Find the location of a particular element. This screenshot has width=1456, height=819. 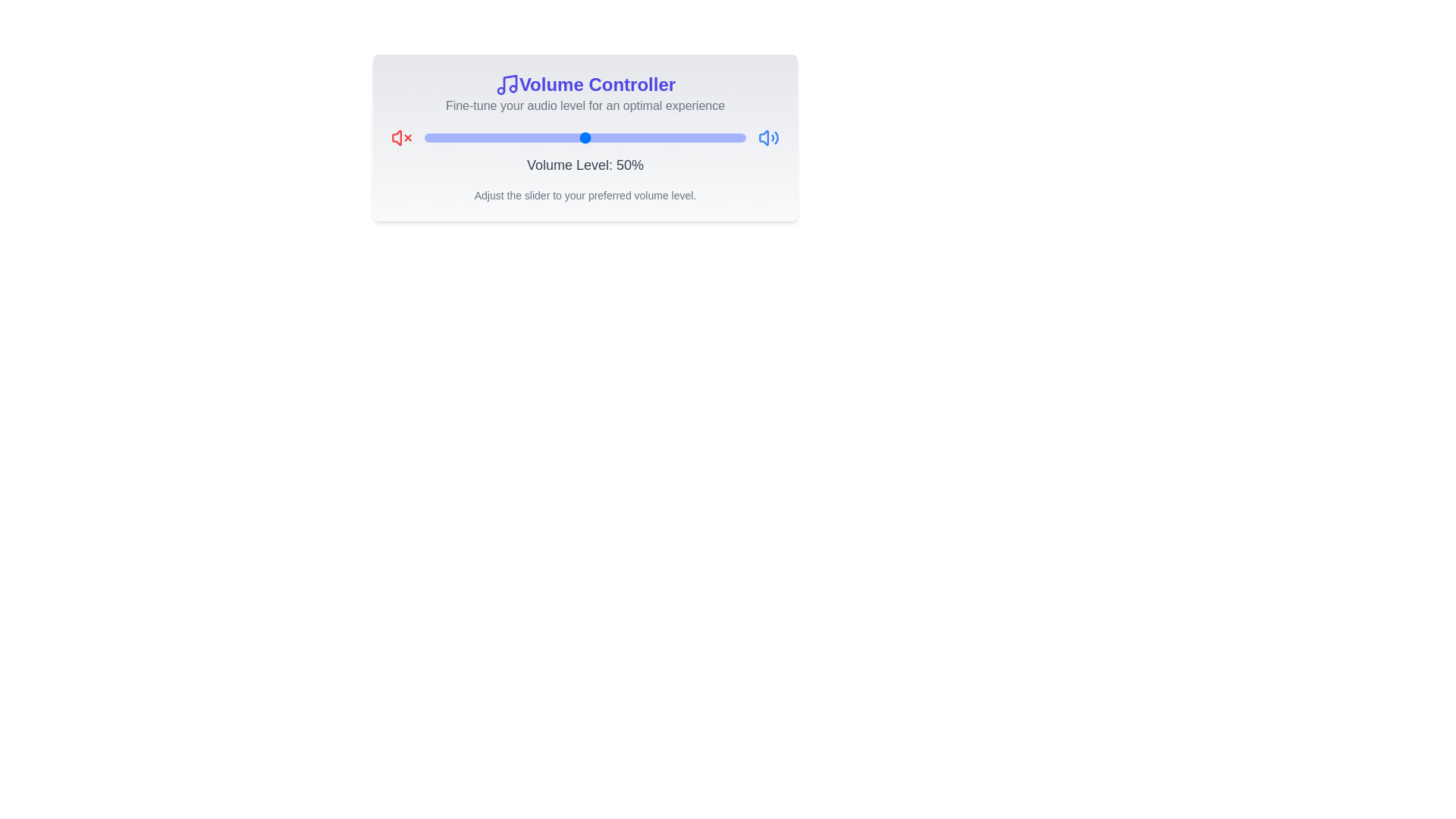

the volume slider to set the volume to 73% is located at coordinates (659, 137).